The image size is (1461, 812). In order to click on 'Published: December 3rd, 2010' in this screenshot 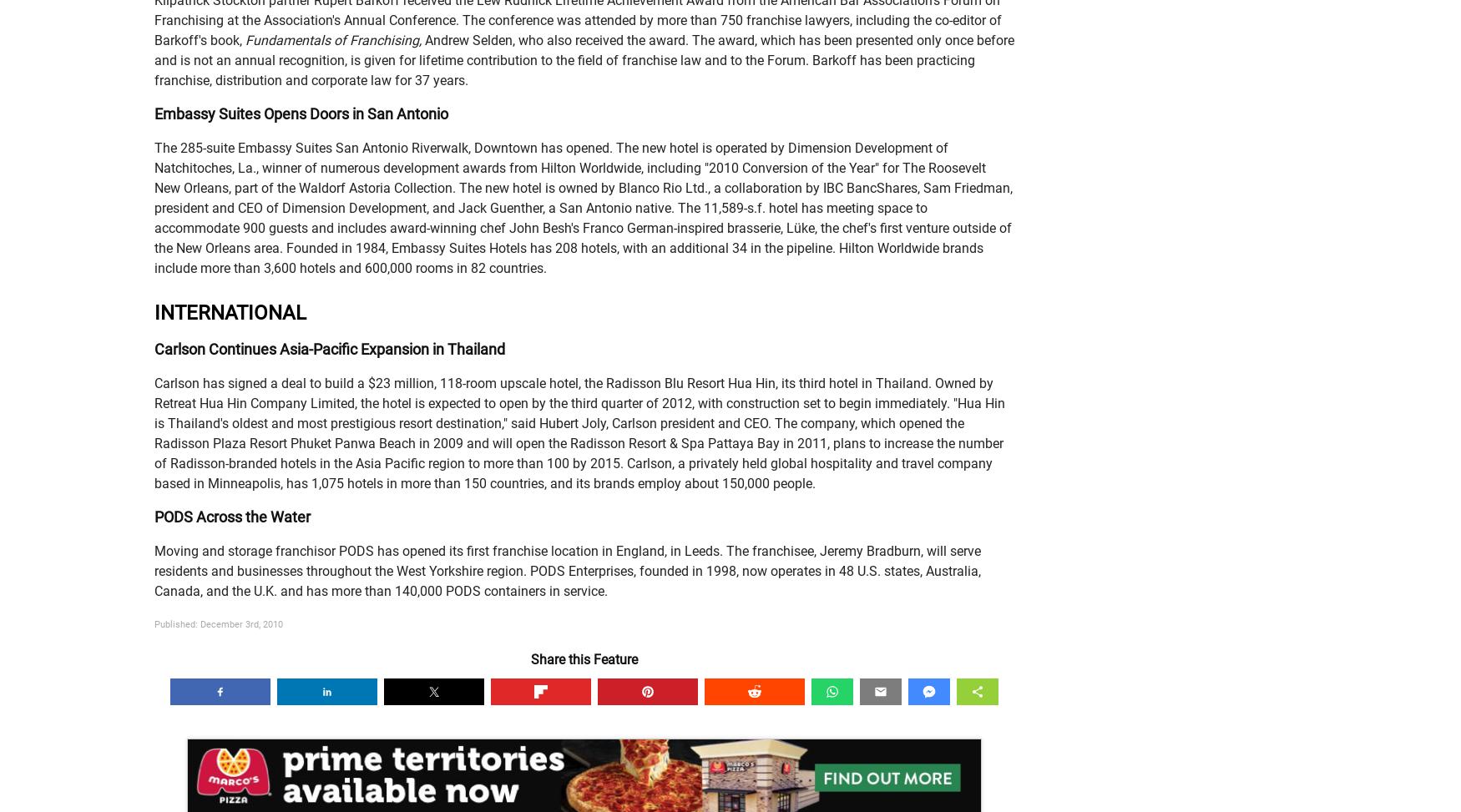, I will do `click(217, 624)`.